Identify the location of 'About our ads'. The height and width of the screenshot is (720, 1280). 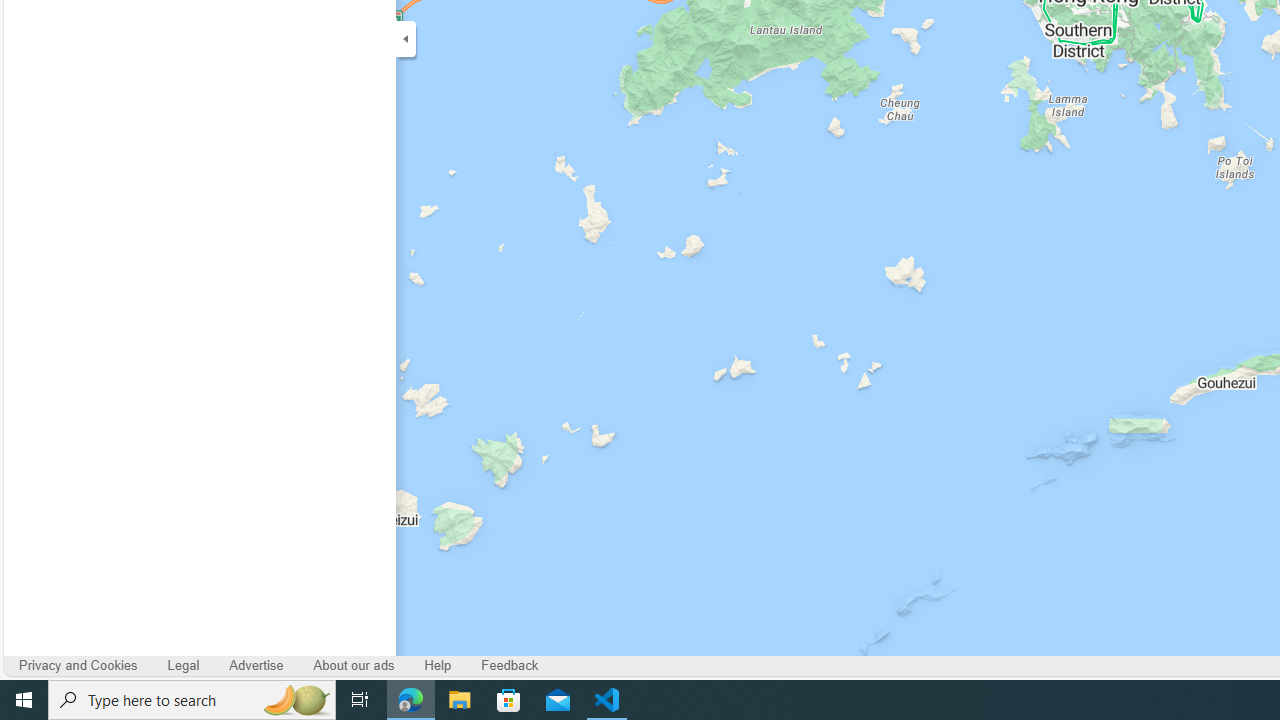
(353, 666).